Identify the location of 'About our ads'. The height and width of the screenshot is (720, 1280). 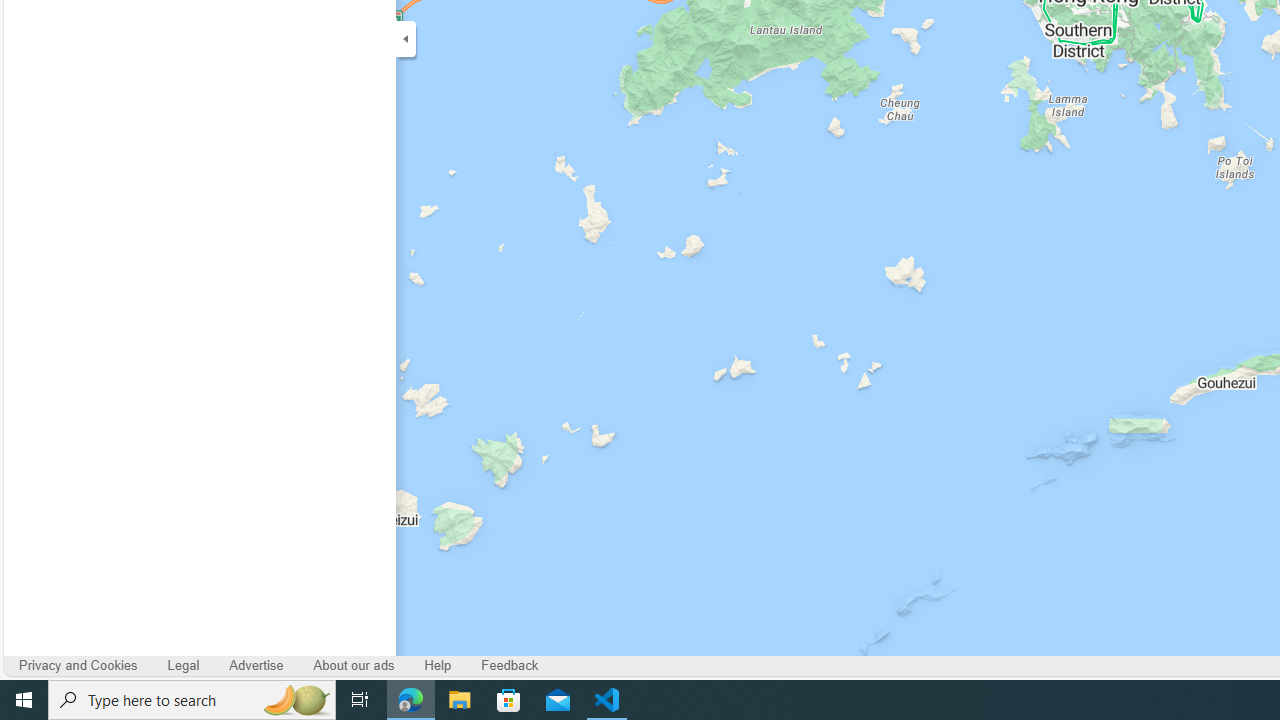
(353, 666).